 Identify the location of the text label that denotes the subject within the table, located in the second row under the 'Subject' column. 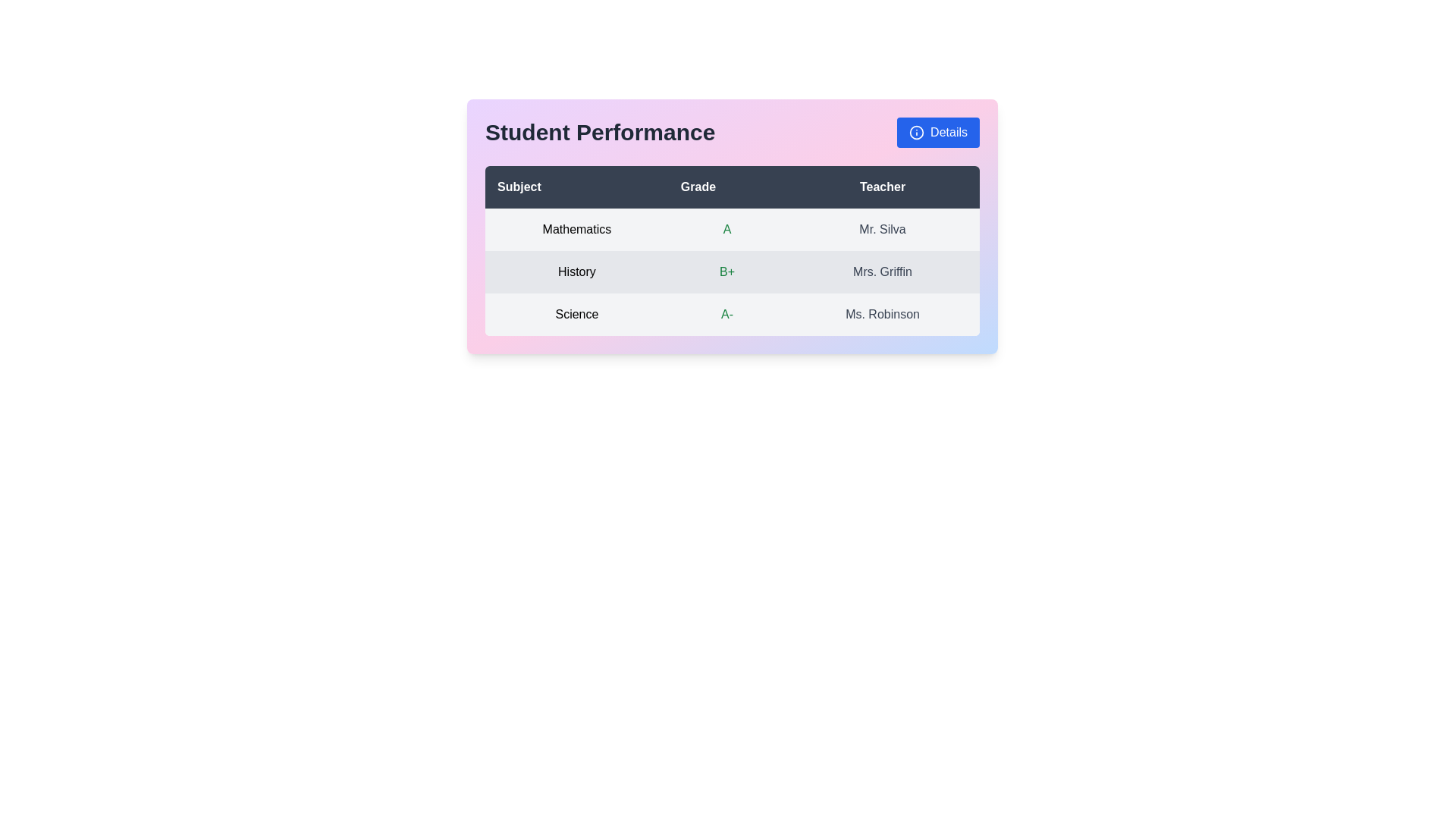
(576, 271).